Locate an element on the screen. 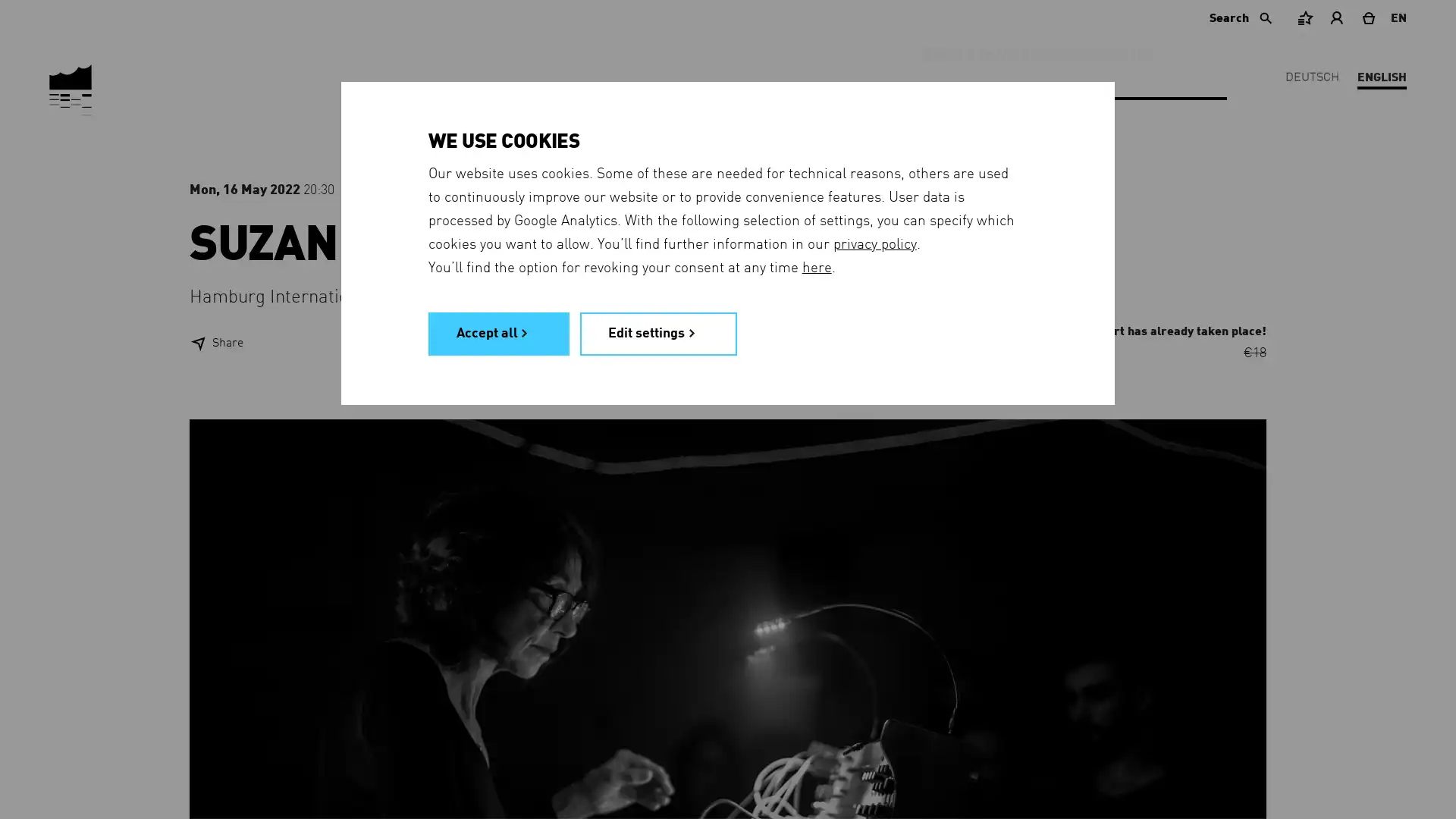 This screenshot has height=819, width=1456. Search is located at coordinates (1242, 17).